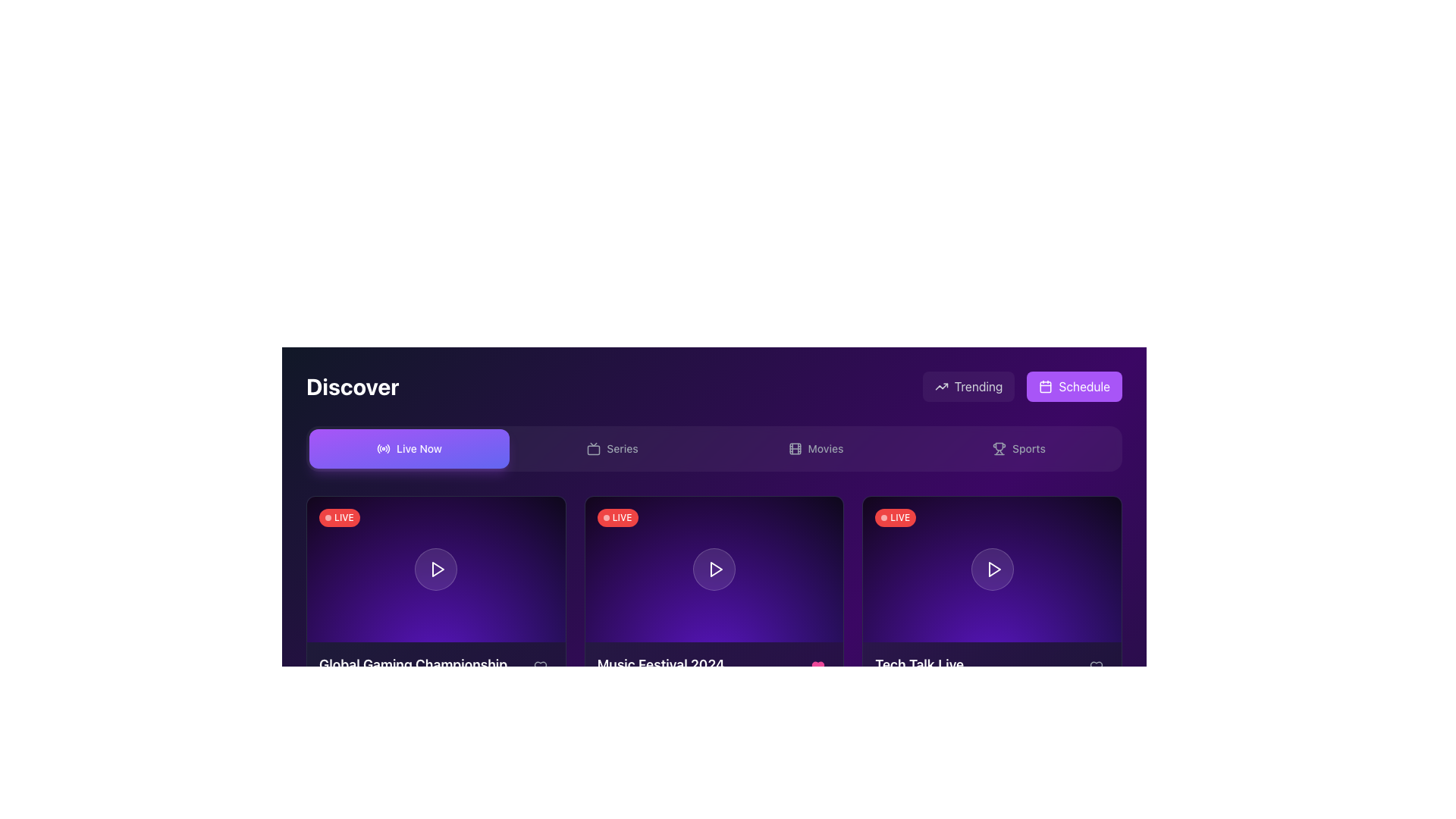 The image size is (1456, 819). Describe the element at coordinates (1019, 447) in the screenshot. I see `the sports navigation button, which is the fourth button in a horizontal row` at that location.